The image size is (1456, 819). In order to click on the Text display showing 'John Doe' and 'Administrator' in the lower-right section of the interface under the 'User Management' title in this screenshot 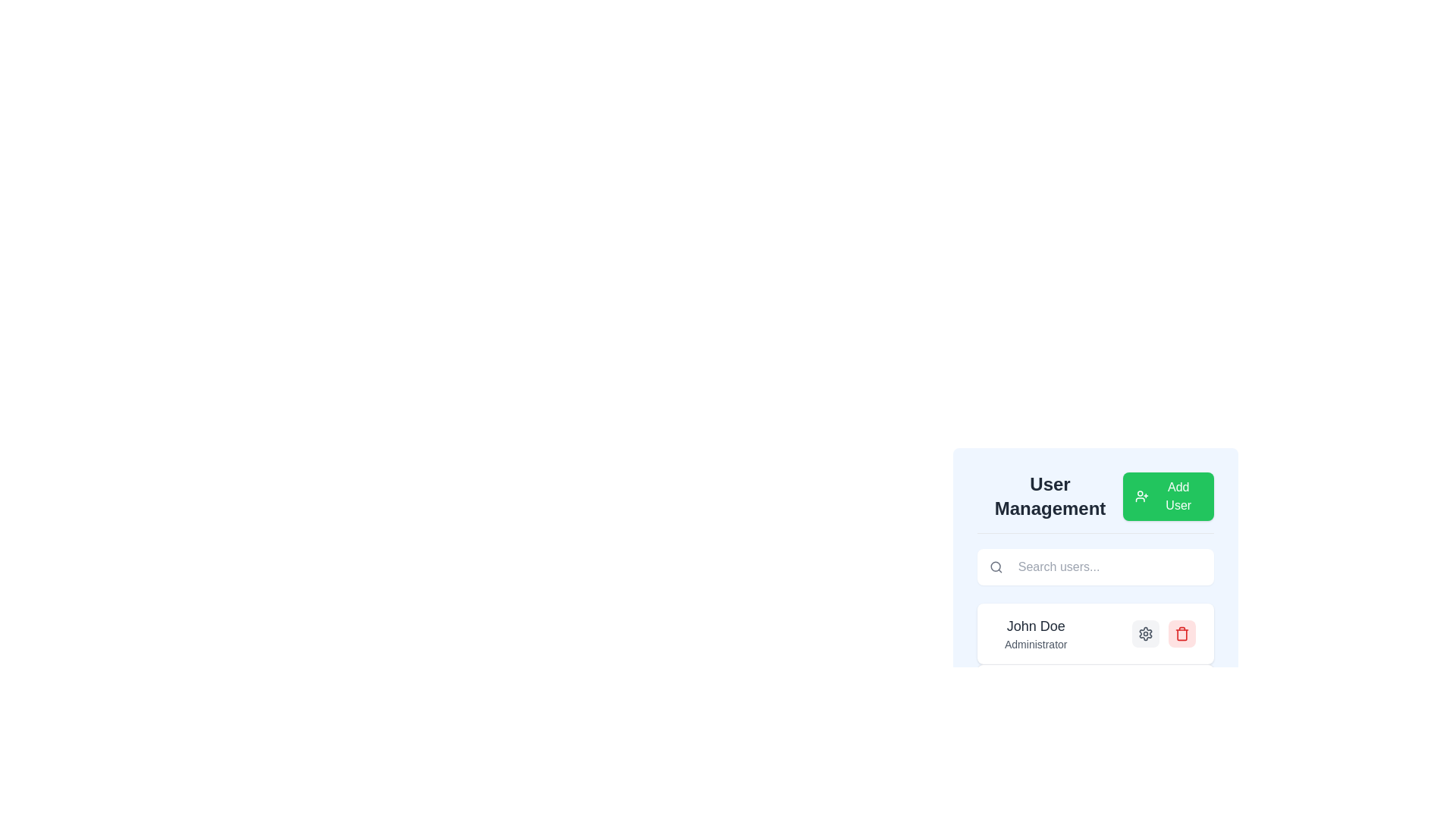, I will do `click(1031, 634)`.